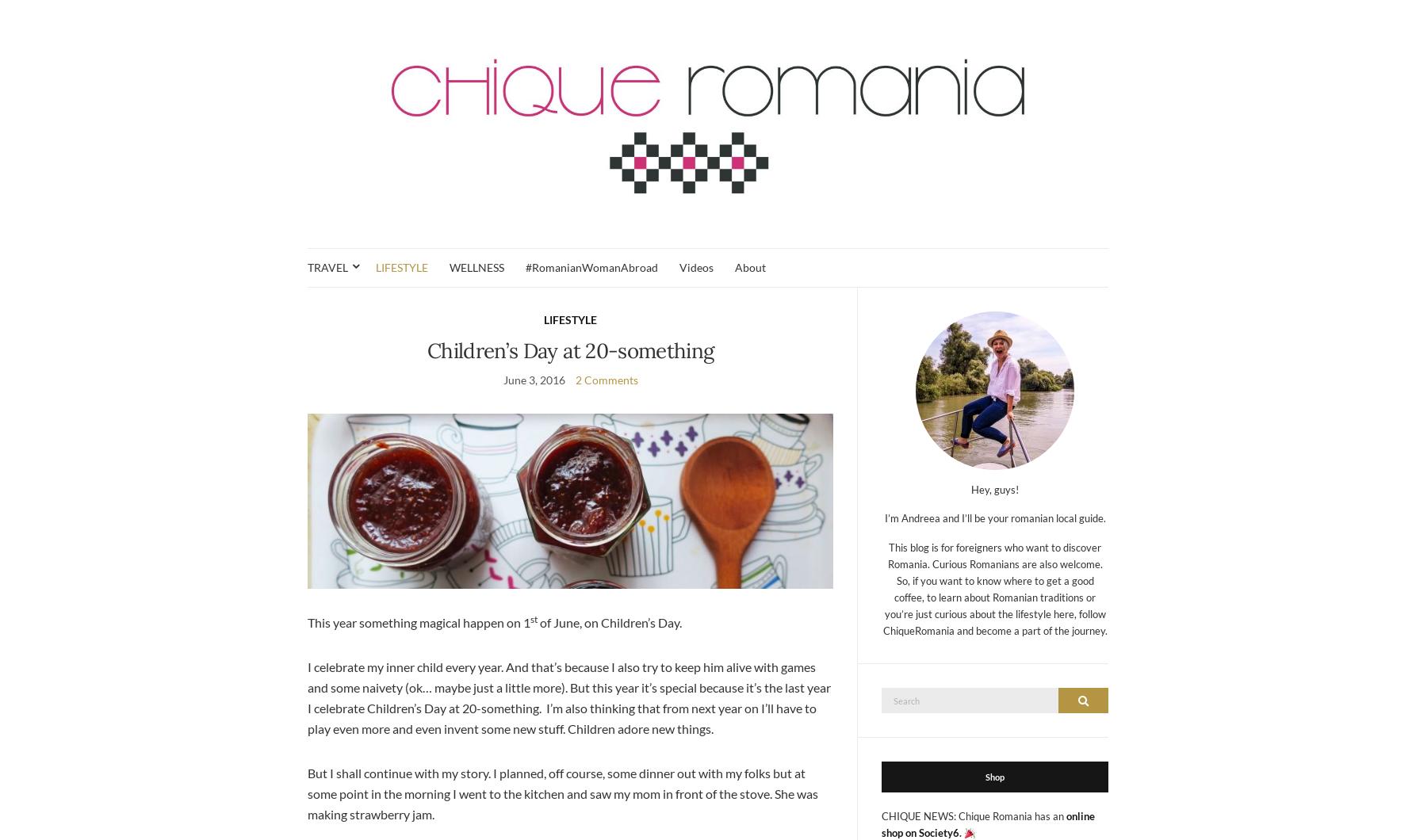 Image resolution: width=1416 pixels, height=840 pixels. Describe the element at coordinates (960, 831) in the screenshot. I see `'.'` at that location.